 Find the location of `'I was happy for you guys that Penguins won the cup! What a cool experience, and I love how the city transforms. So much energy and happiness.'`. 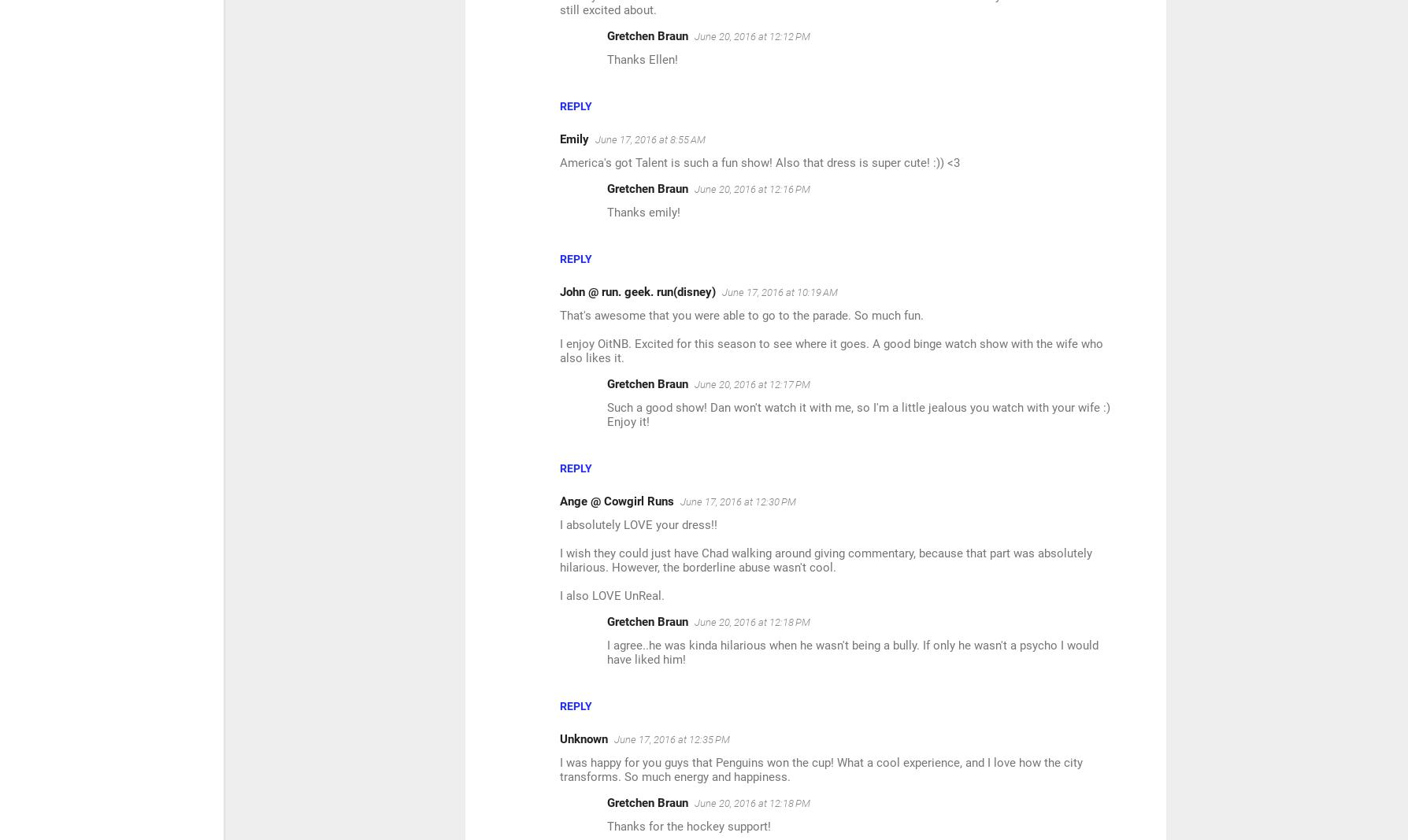

'I was happy for you guys that Penguins won the cup! What a cool experience, and I love how the city transforms. So much energy and happiness.' is located at coordinates (559, 770).